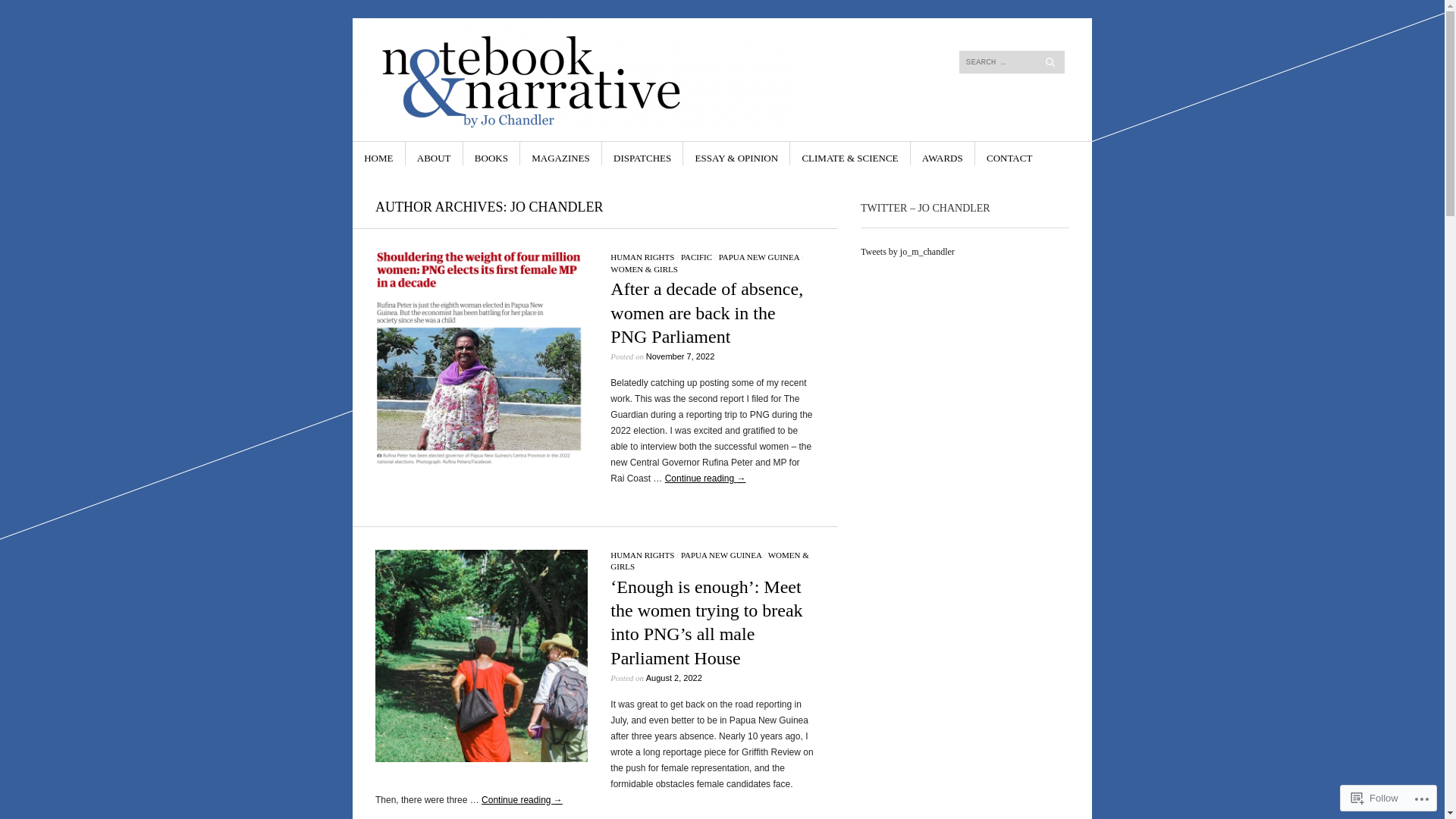 This screenshot has height=819, width=1456. I want to click on 'CONTACT', so click(986, 153).